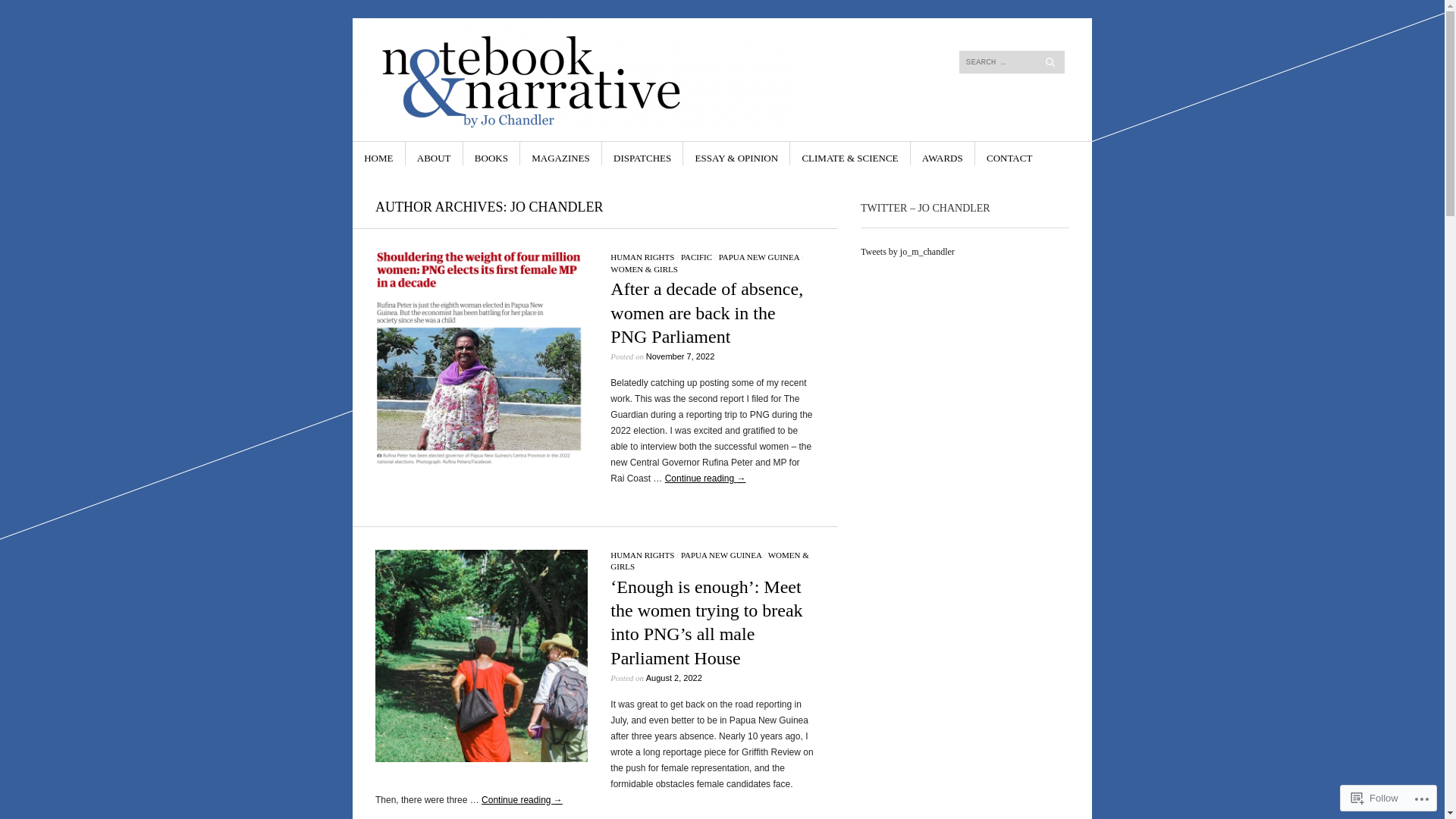 This screenshot has height=819, width=1456. I want to click on 'CONTACT', so click(986, 153).